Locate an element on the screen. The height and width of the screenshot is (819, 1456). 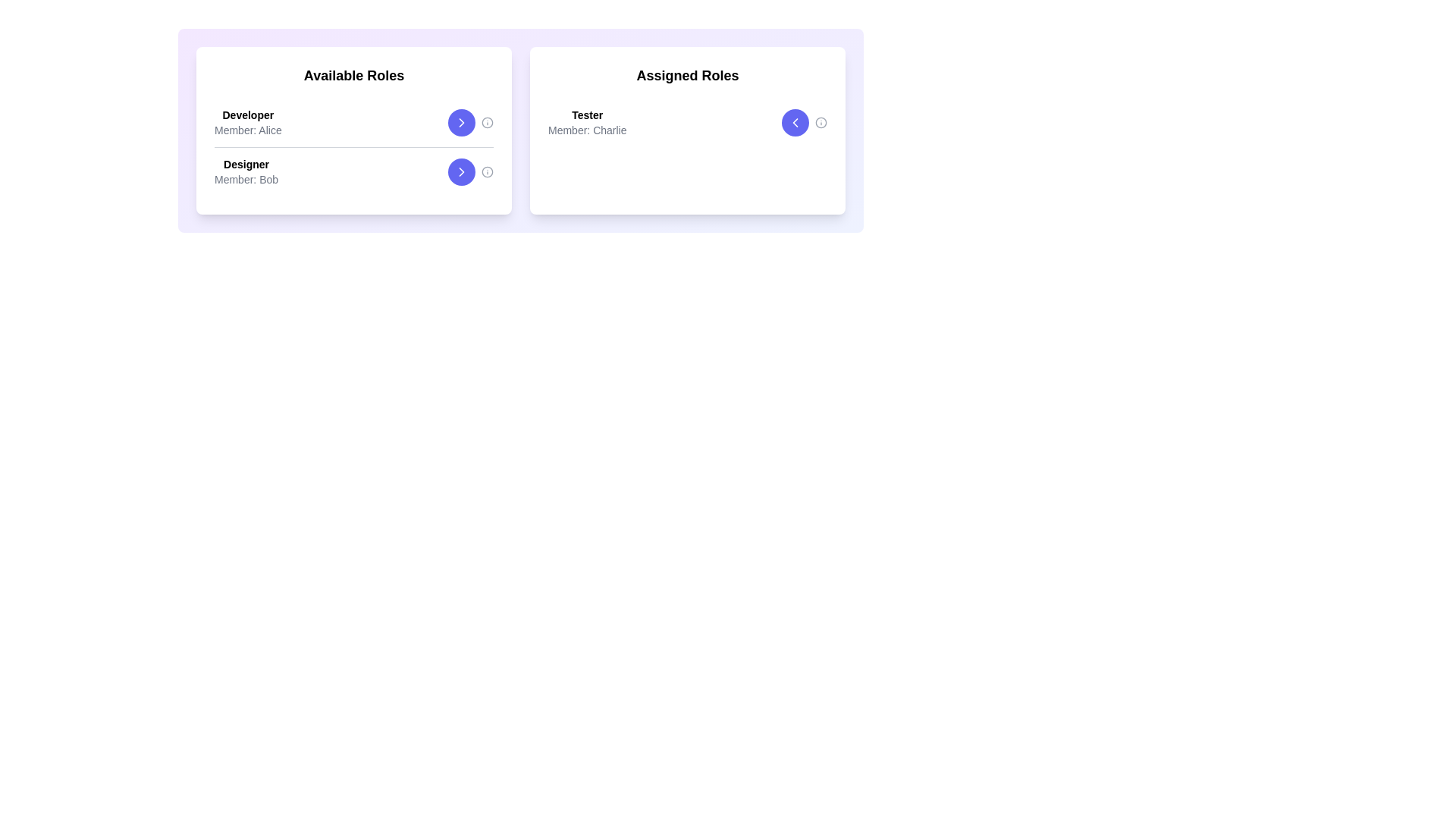
transfer button for the role Tester in the assigned list is located at coordinates (795, 122).